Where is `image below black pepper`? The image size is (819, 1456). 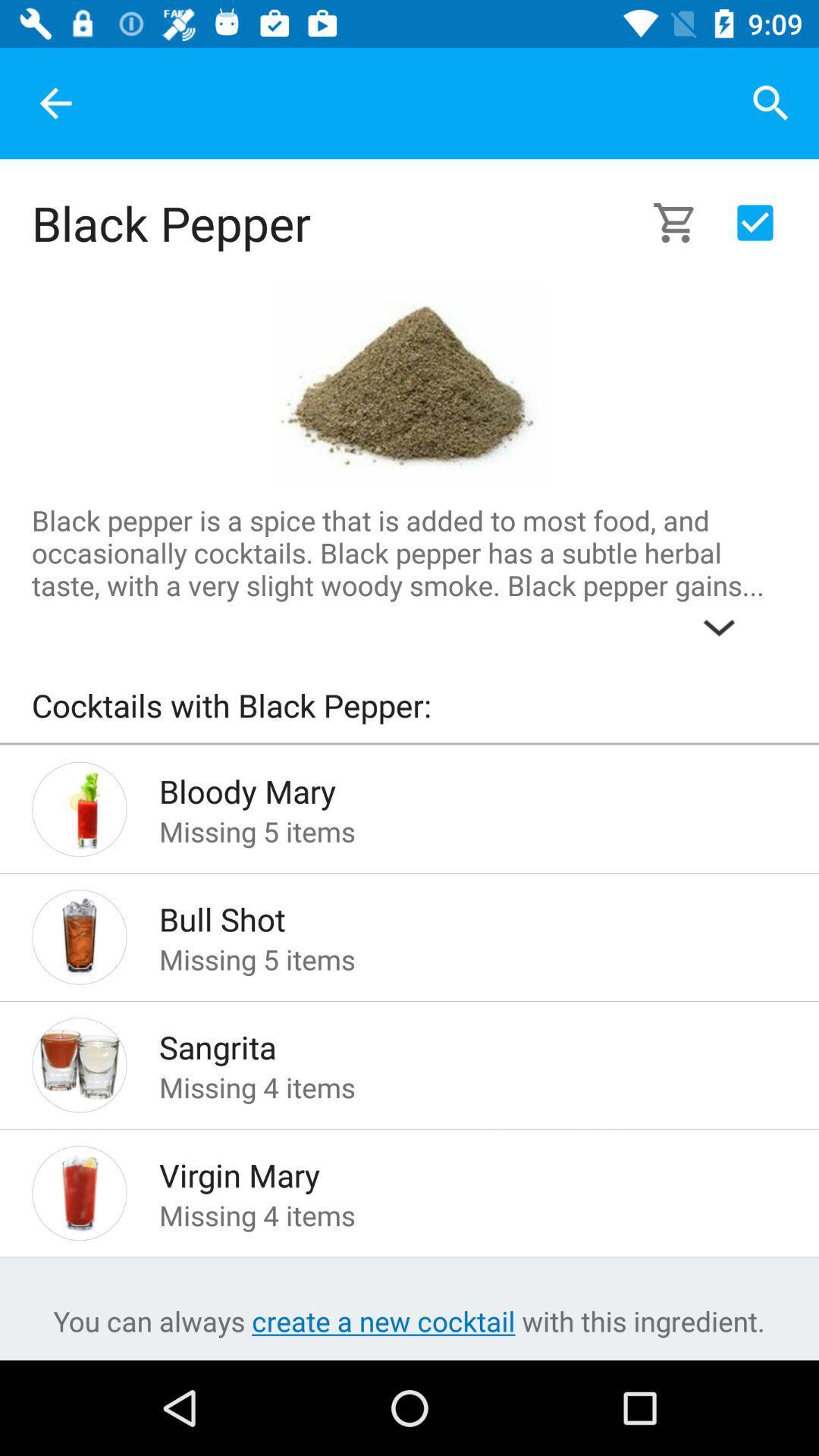
image below black pepper is located at coordinates (409, 386).